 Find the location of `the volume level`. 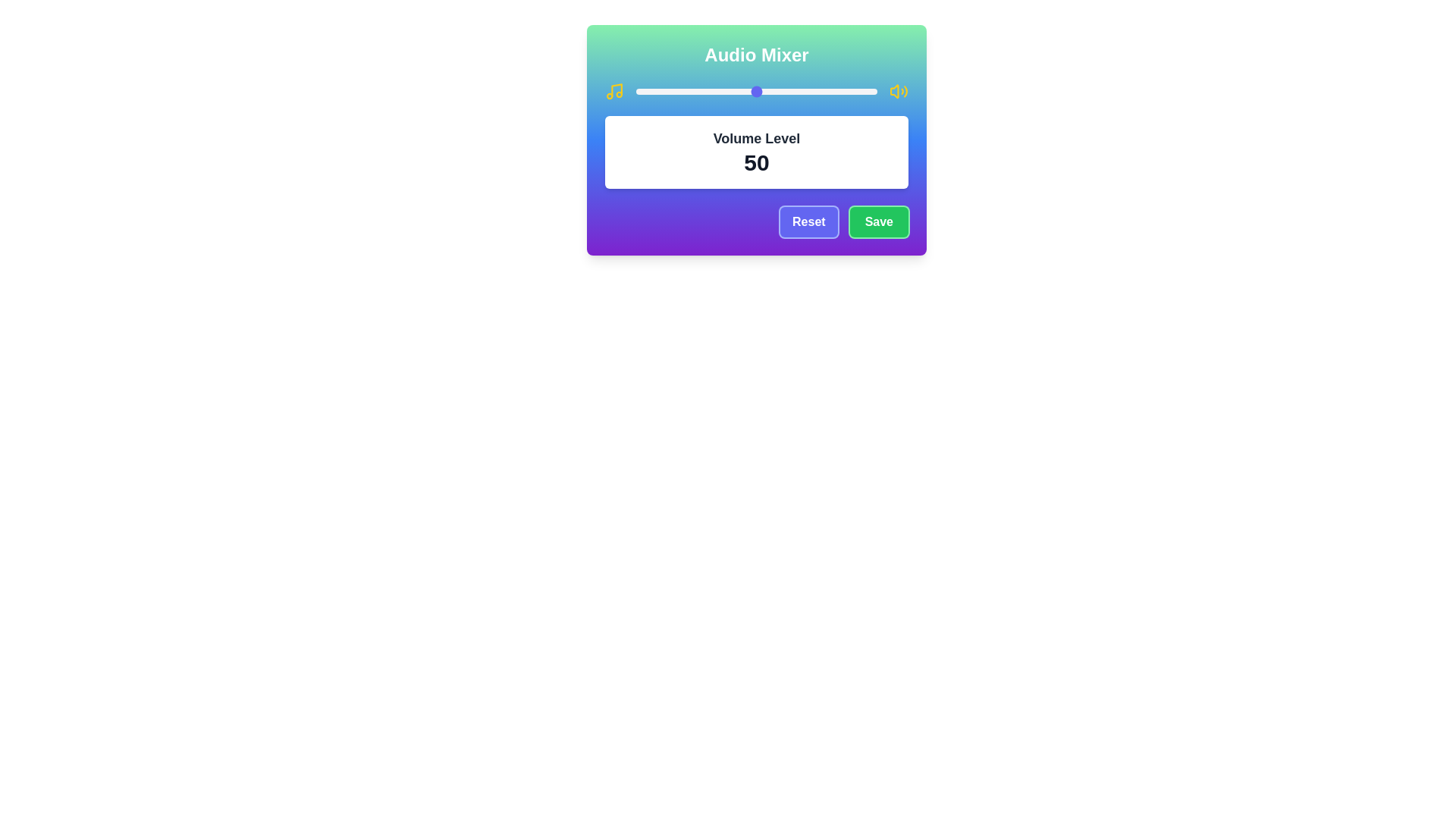

the volume level is located at coordinates (737, 91).